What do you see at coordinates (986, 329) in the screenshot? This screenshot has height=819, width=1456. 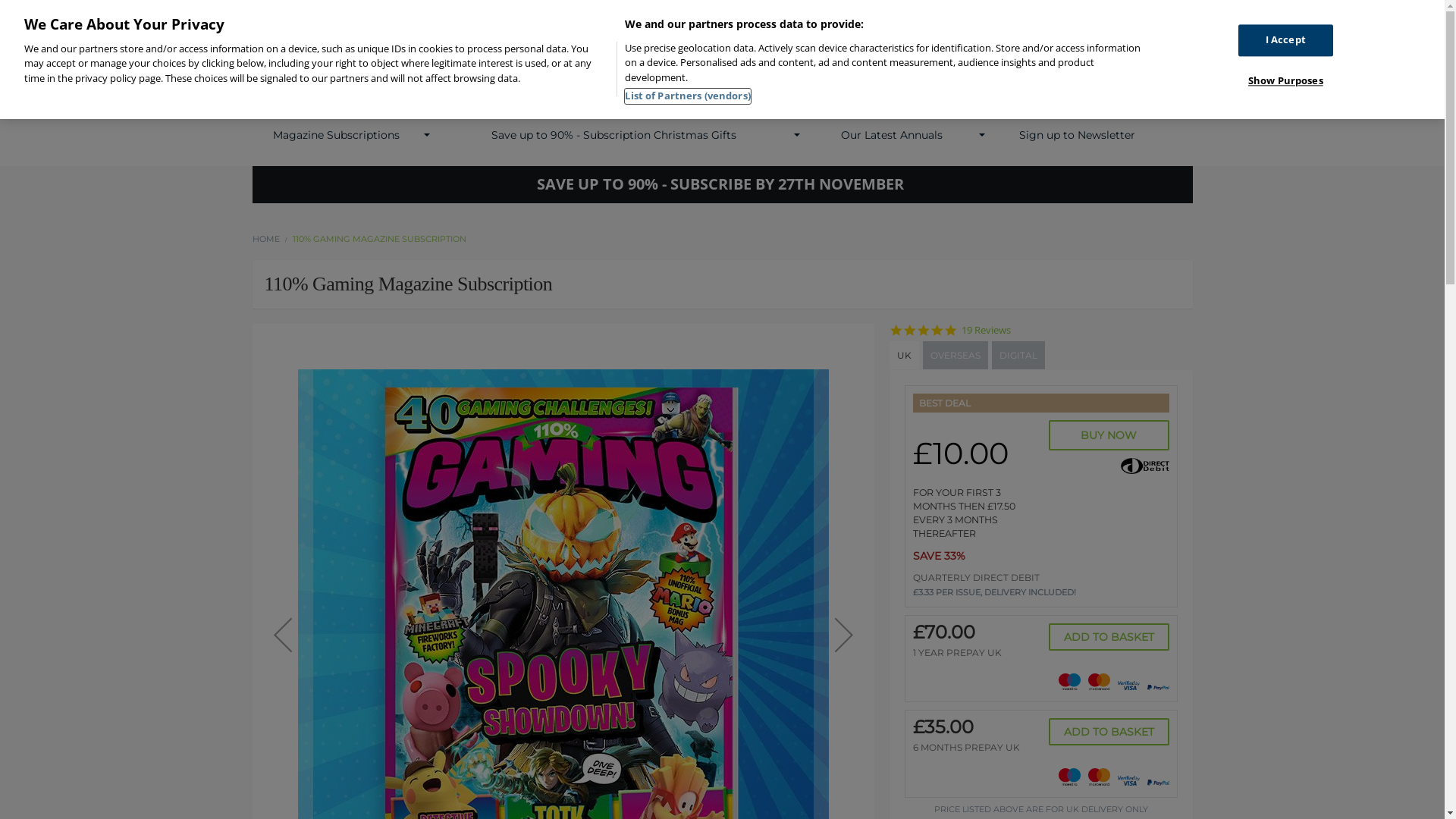 I see `'19 Reviews'` at bounding box center [986, 329].